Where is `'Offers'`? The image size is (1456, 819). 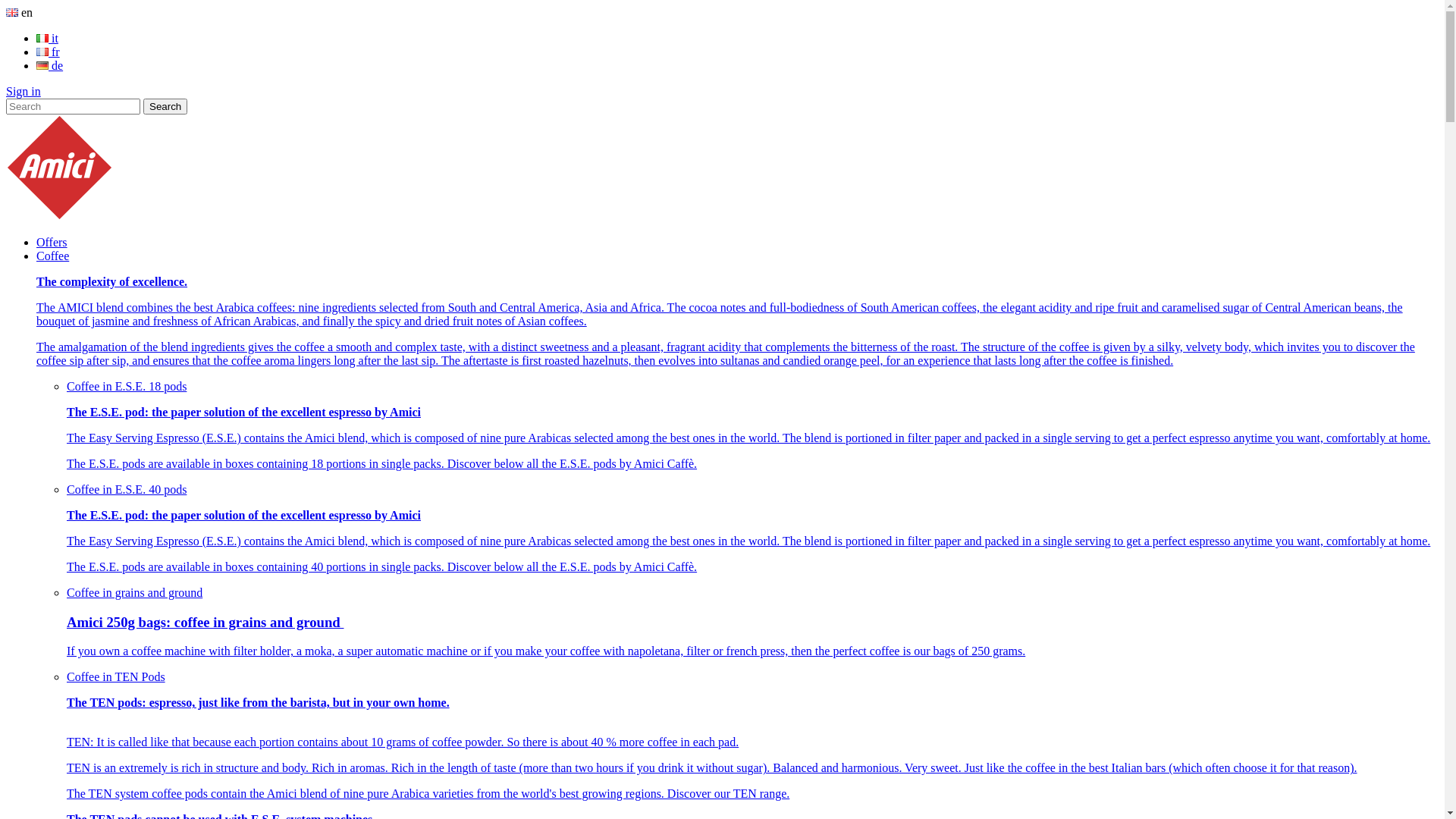 'Offers' is located at coordinates (52, 241).